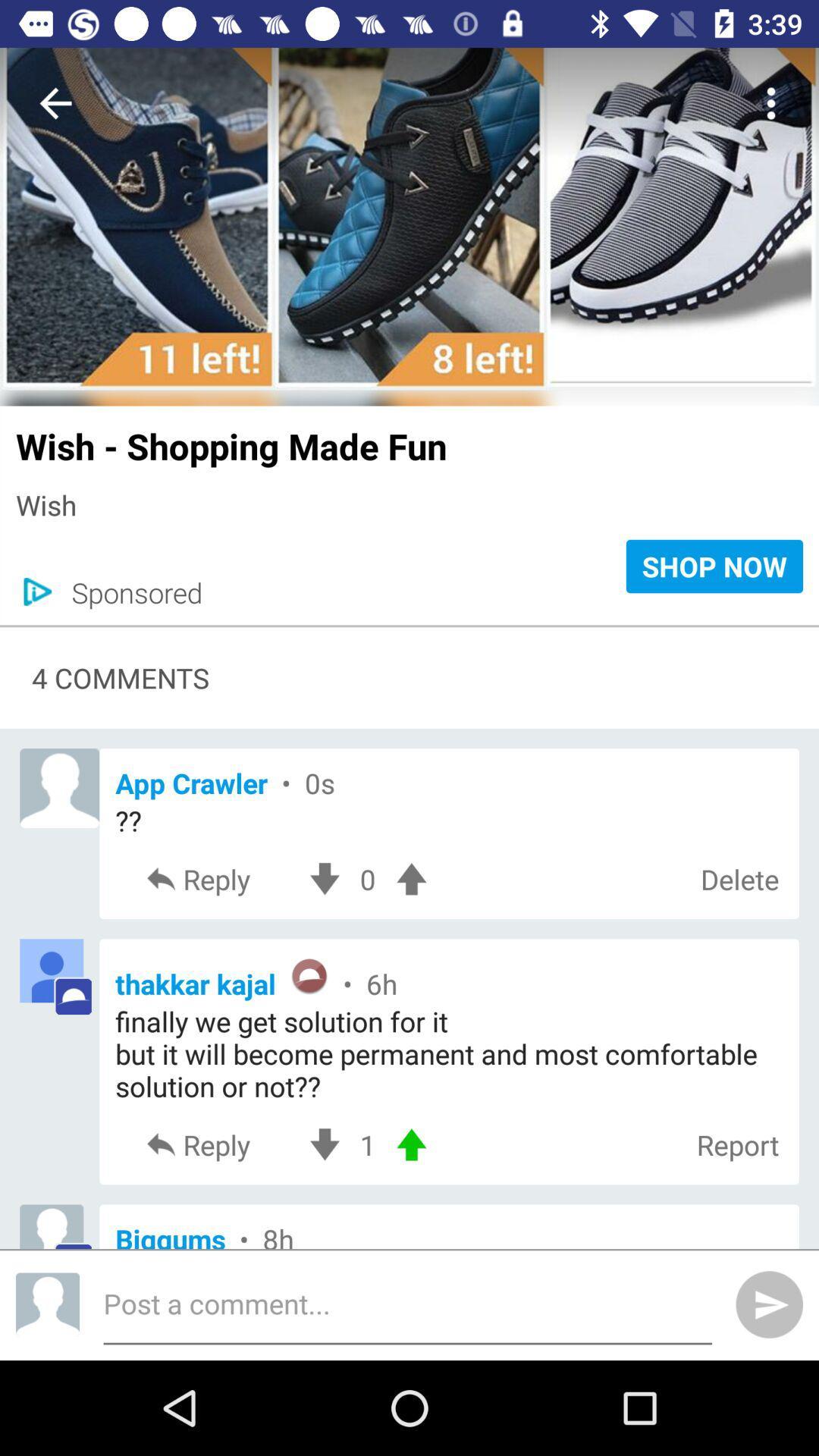 This screenshot has width=819, height=1456. Describe the element at coordinates (128, 591) in the screenshot. I see `icon next to shop now icon` at that location.